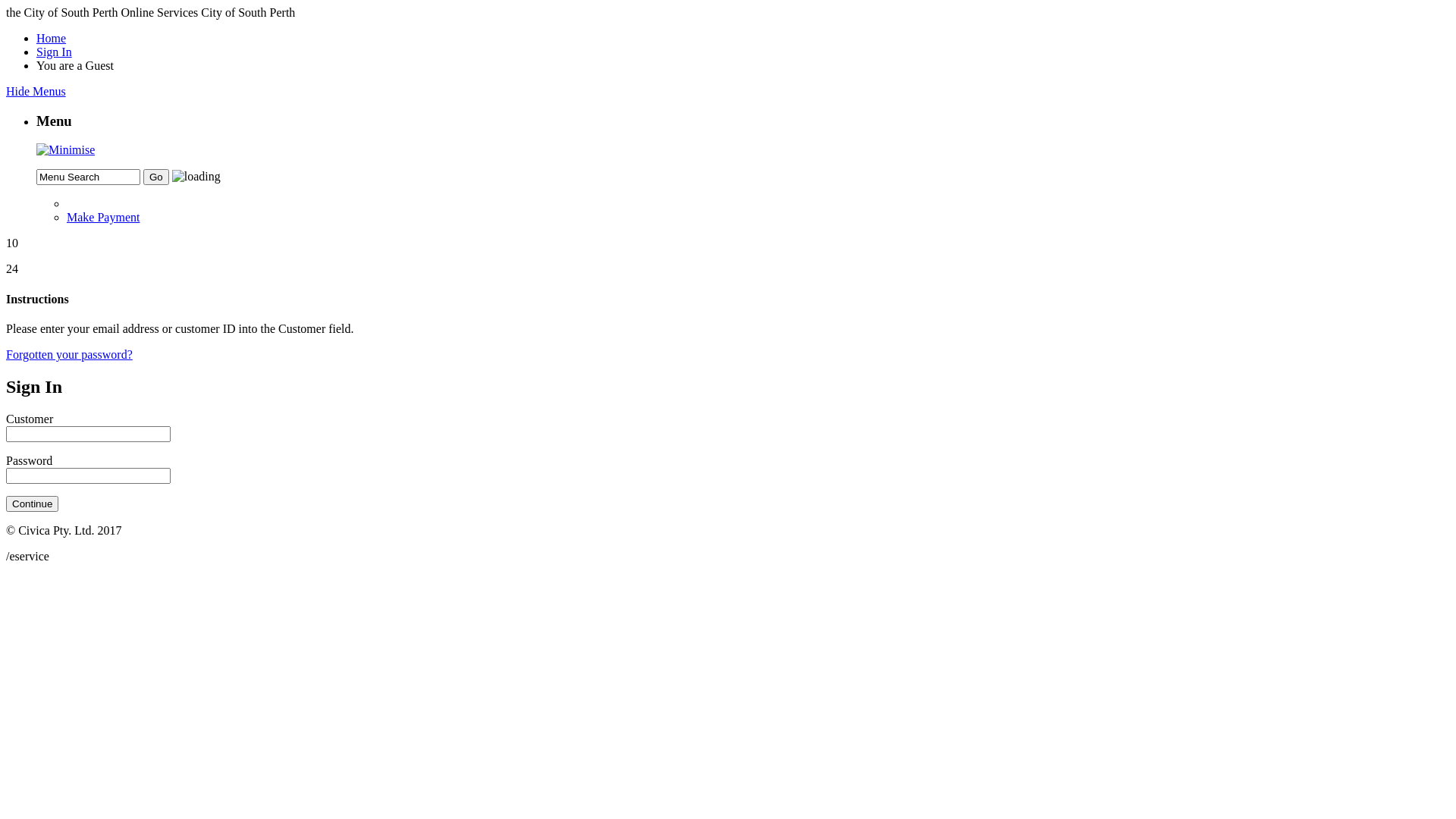 This screenshot has height=819, width=1456. Describe the element at coordinates (51, 37) in the screenshot. I see `'Home'` at that location.